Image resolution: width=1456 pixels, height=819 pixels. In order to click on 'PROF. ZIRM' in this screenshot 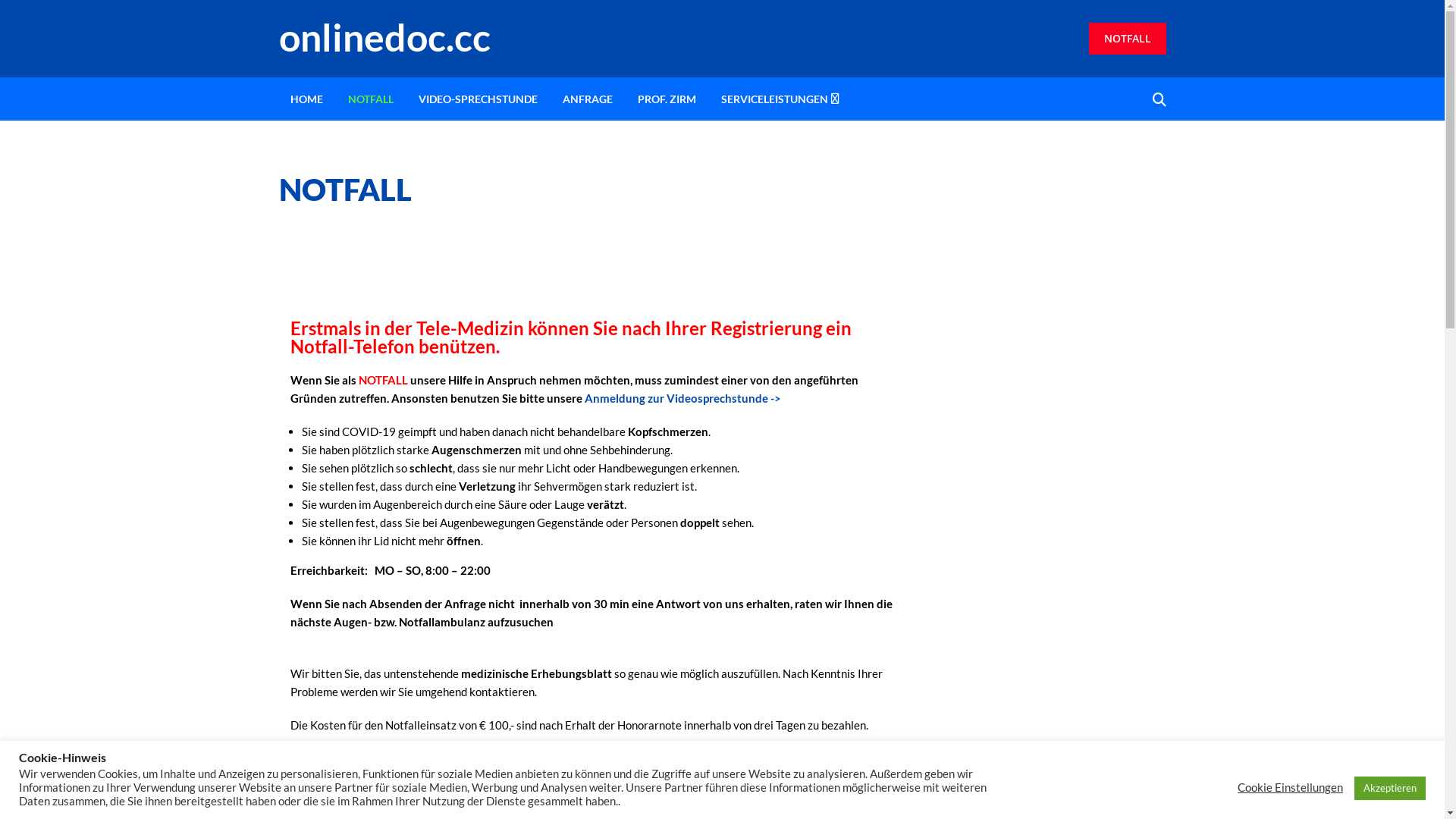, I will do `click(626, 99)`.